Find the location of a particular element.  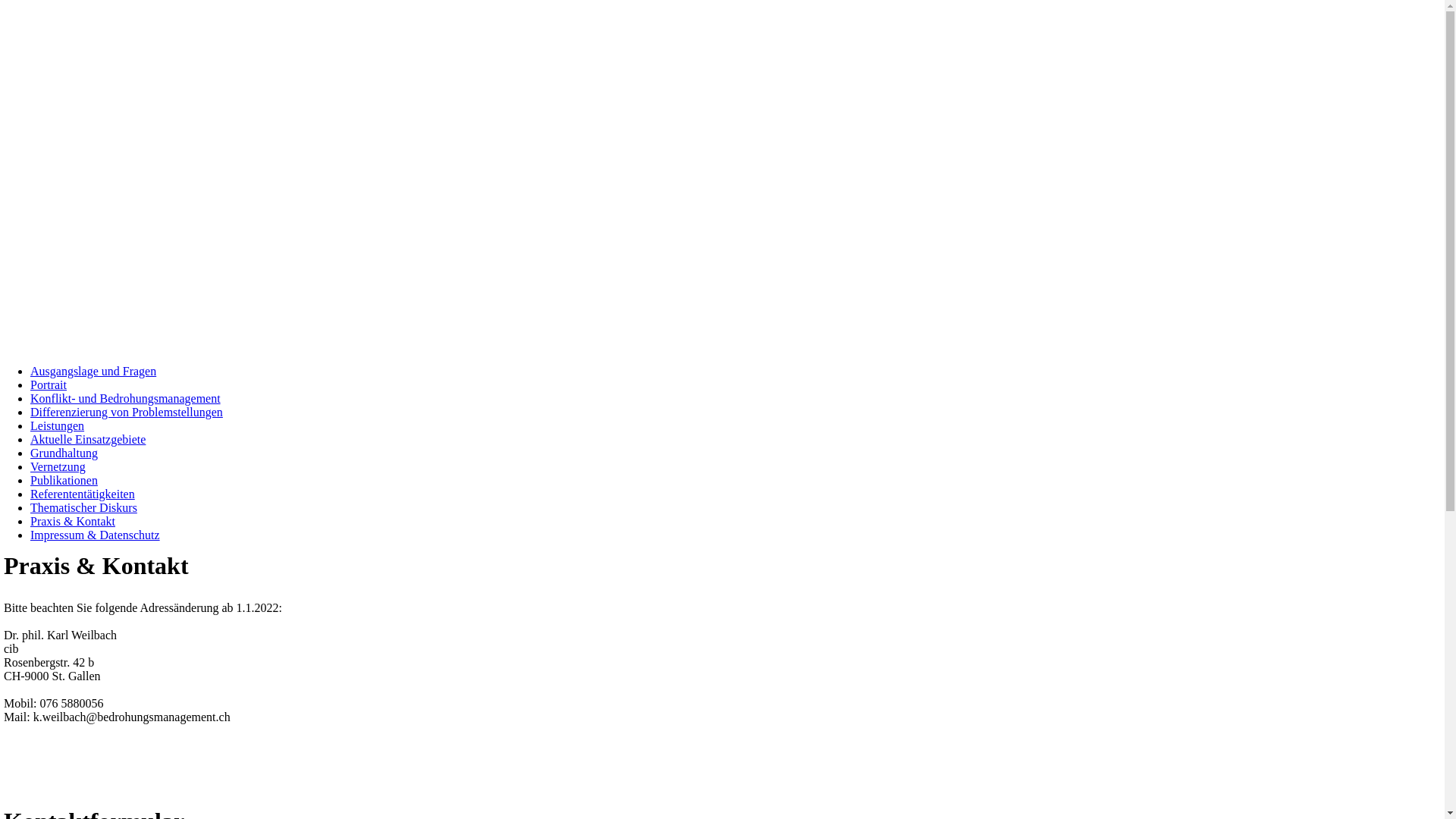

'Thematischer Diskurs' is located at coordinates (83, 507).